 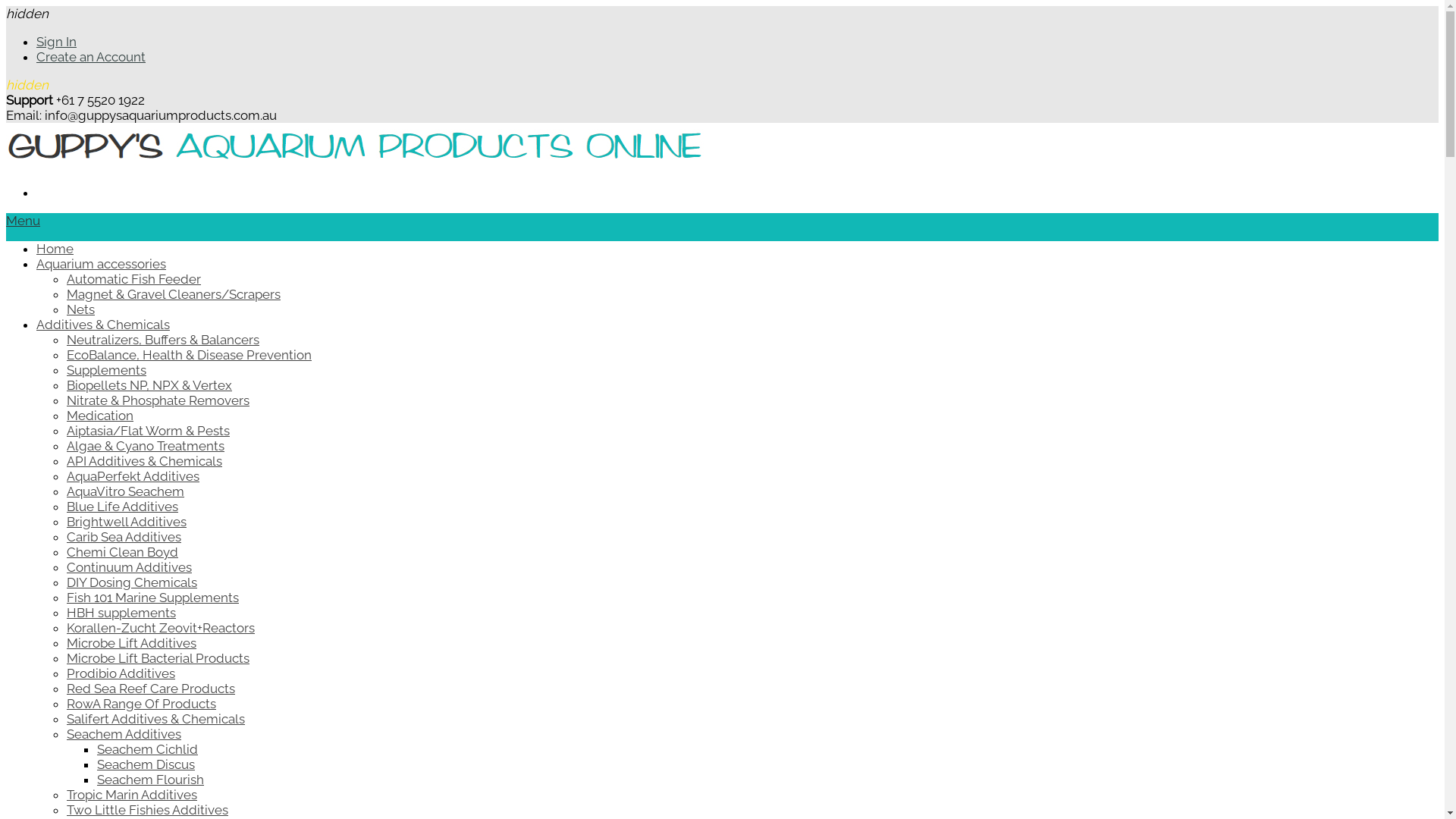 What do you see at coordinates (122, 552) in the screenshot?
I see `'Chemi Clean Boyd'` at bounding box center [122, 552].